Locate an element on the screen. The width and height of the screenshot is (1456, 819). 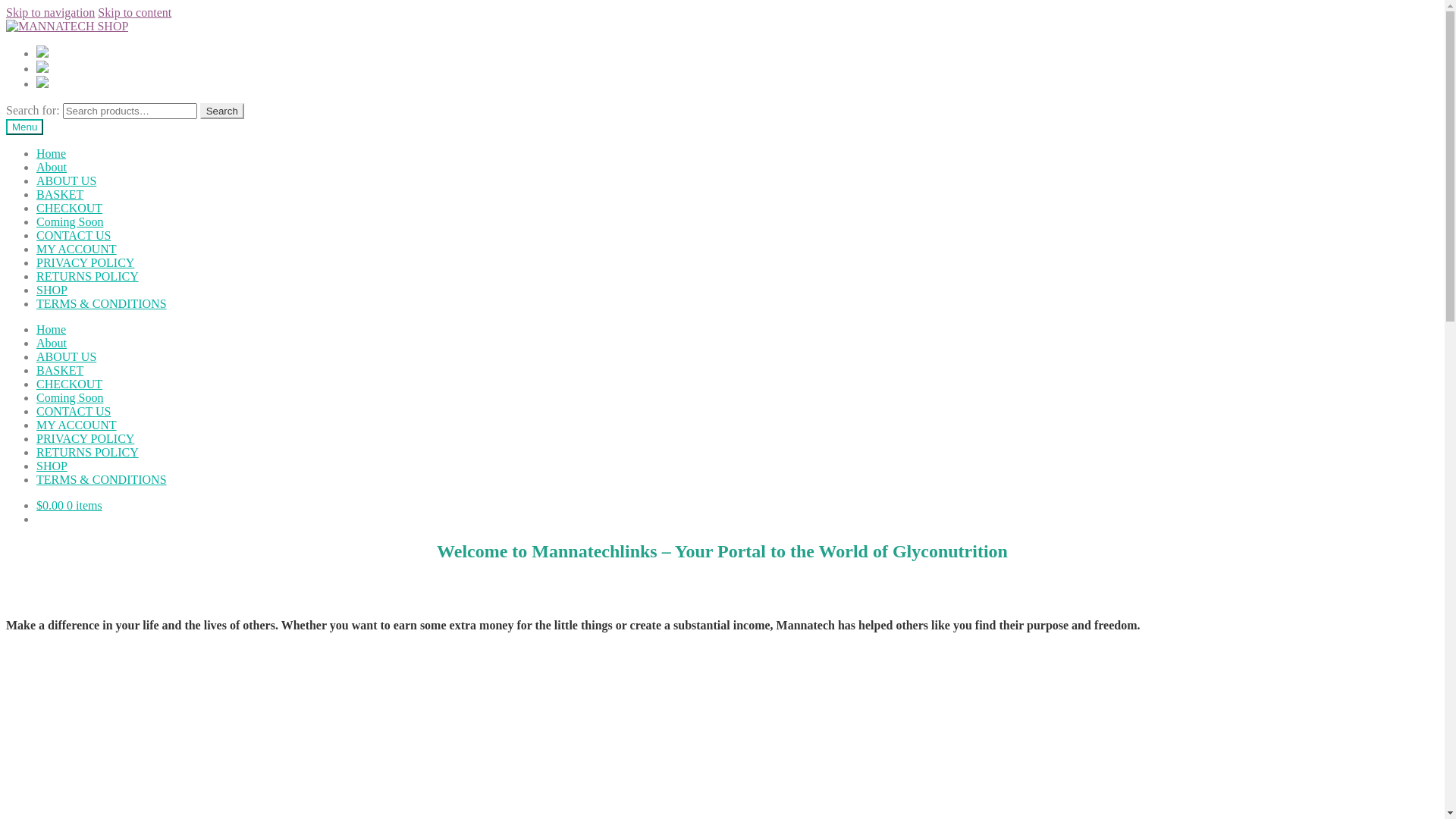
'Instagram' is located at coordinates (36, 68).